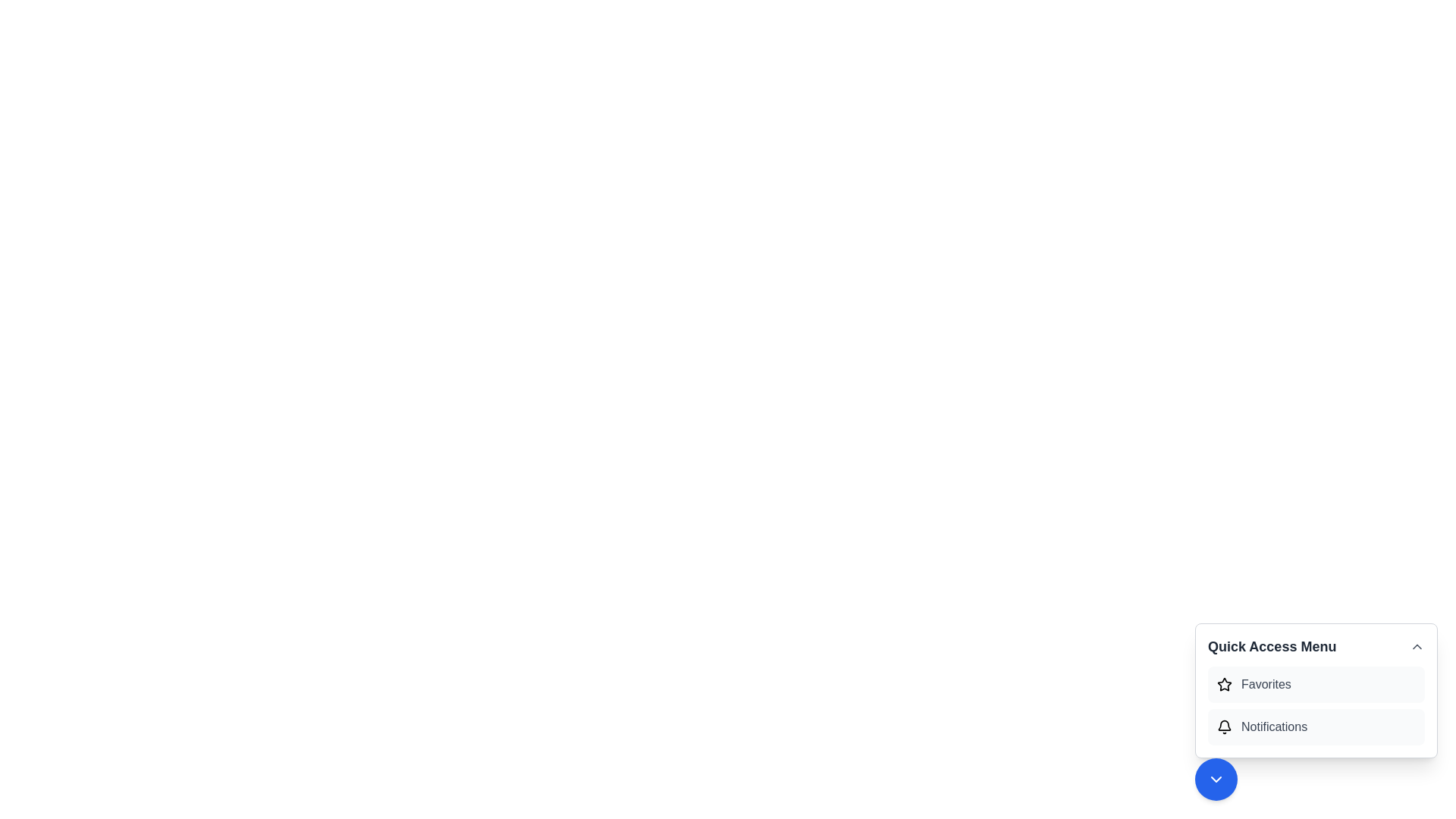 The height and width of the screenshot is (819, 1456). What do you see at coordinates (1316, 684) in the screenshot?
I see `the first menu item in the 'Quick Access Menu' card` at bounding box center [1316, 684].